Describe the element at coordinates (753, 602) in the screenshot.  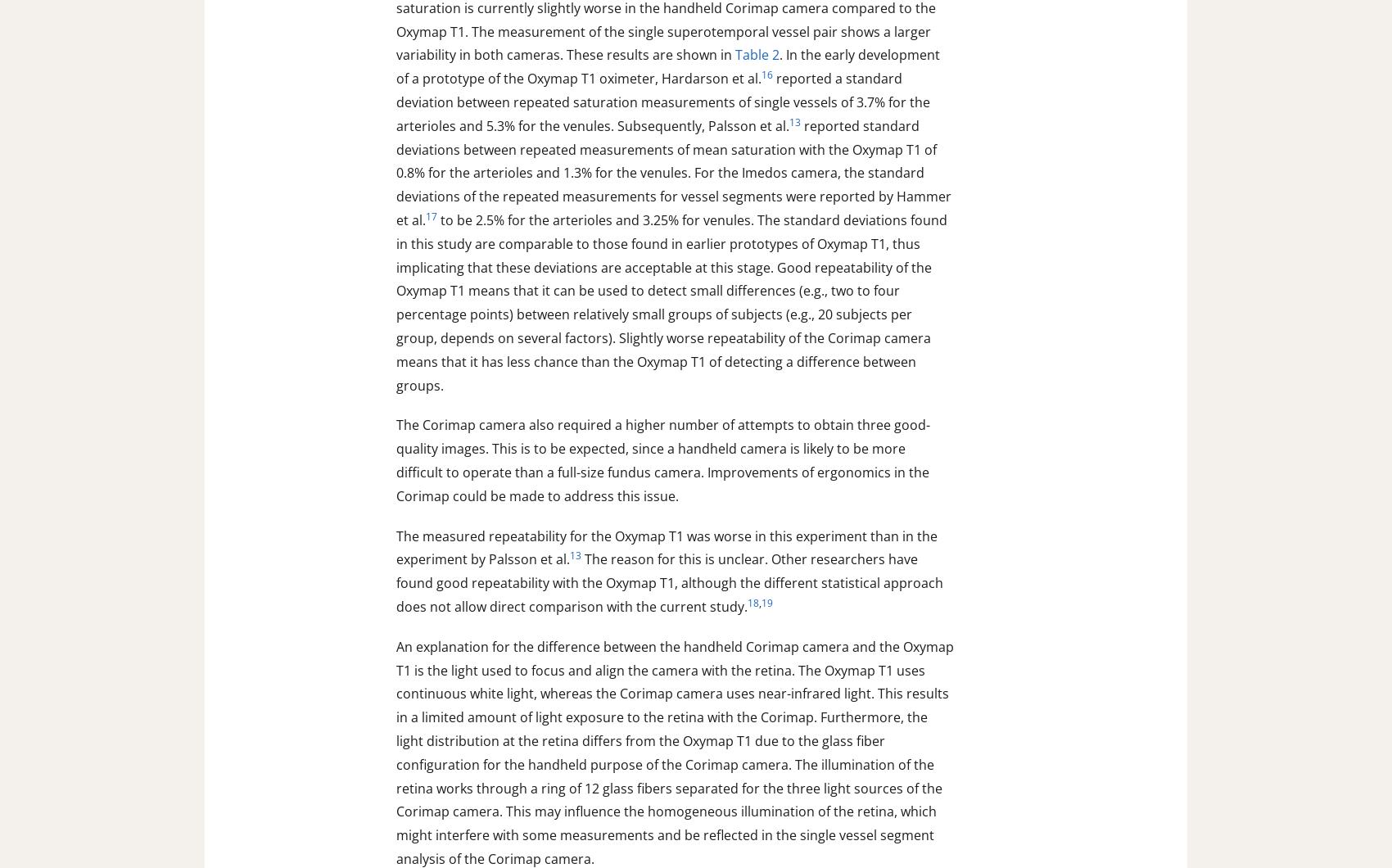
I see `'18'` at that location.